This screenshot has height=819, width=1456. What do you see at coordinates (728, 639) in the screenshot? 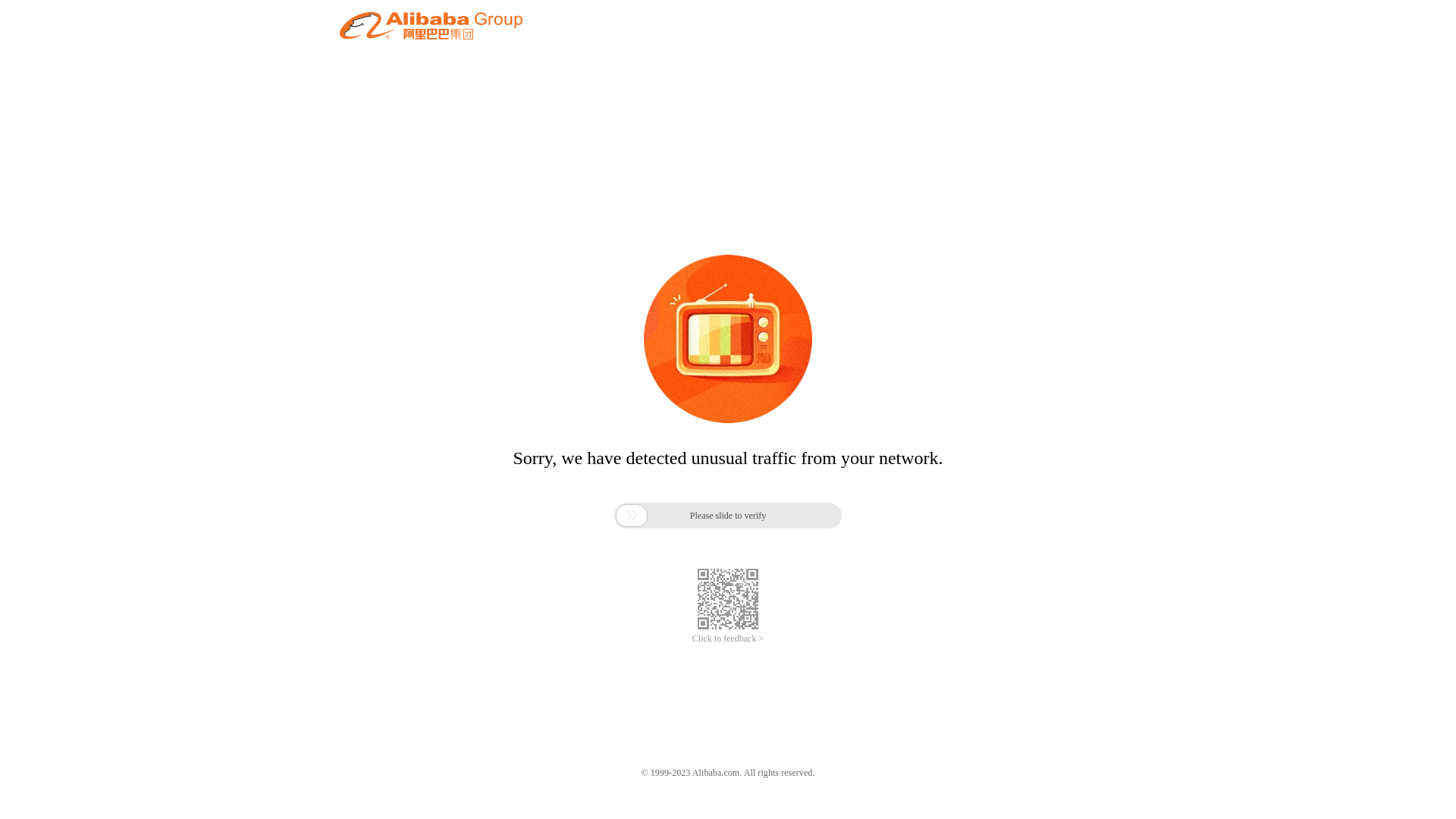
I see `'Click to feedback >'` at bounding box center [728, 639].